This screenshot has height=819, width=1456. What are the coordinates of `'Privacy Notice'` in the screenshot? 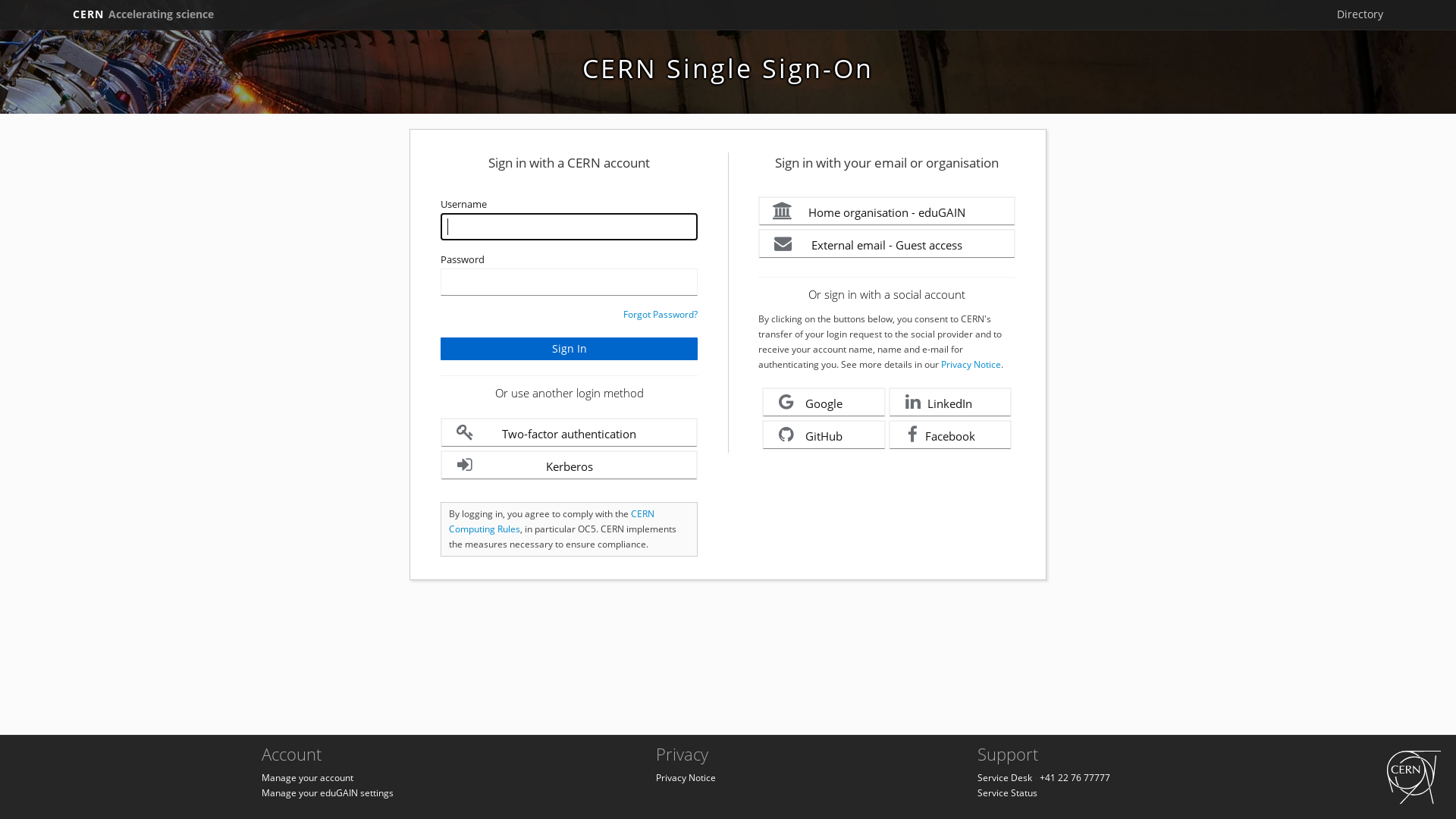 It's located at (685, 777).